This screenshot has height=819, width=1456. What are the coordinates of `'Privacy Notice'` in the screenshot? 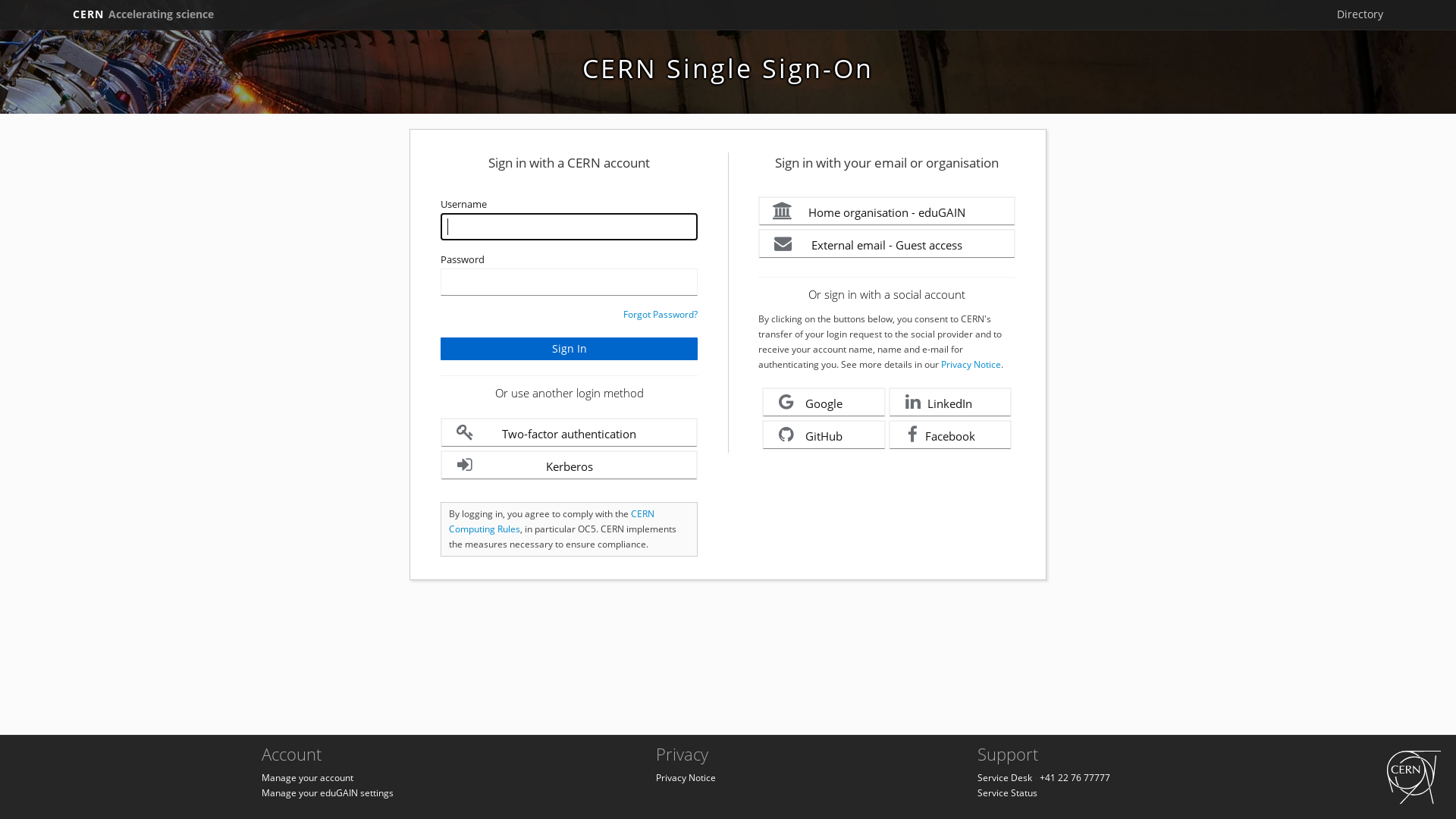 It's located at (685, 777).